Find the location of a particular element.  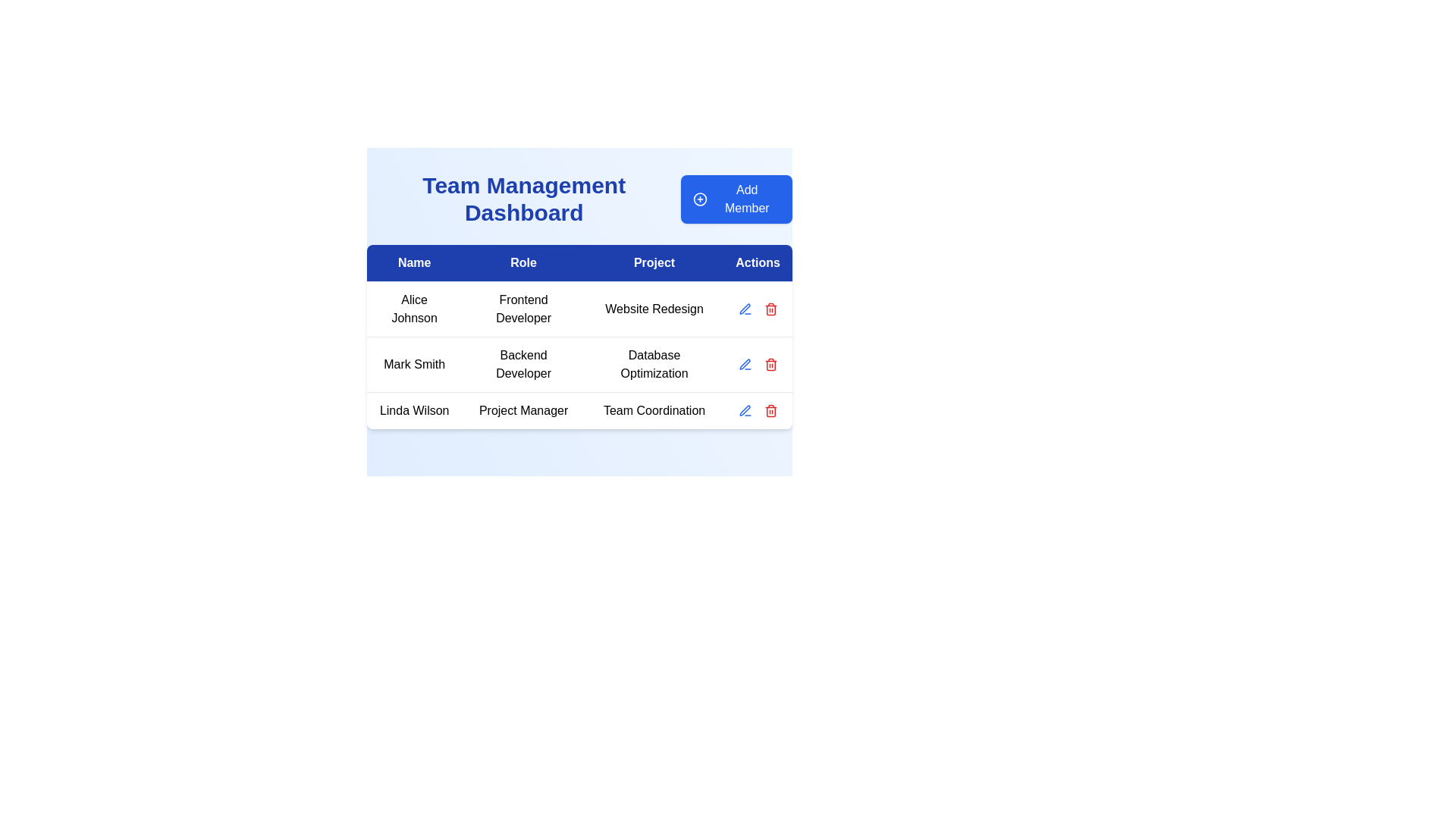

the second row of the structured table is located at coordinates (579, 365).